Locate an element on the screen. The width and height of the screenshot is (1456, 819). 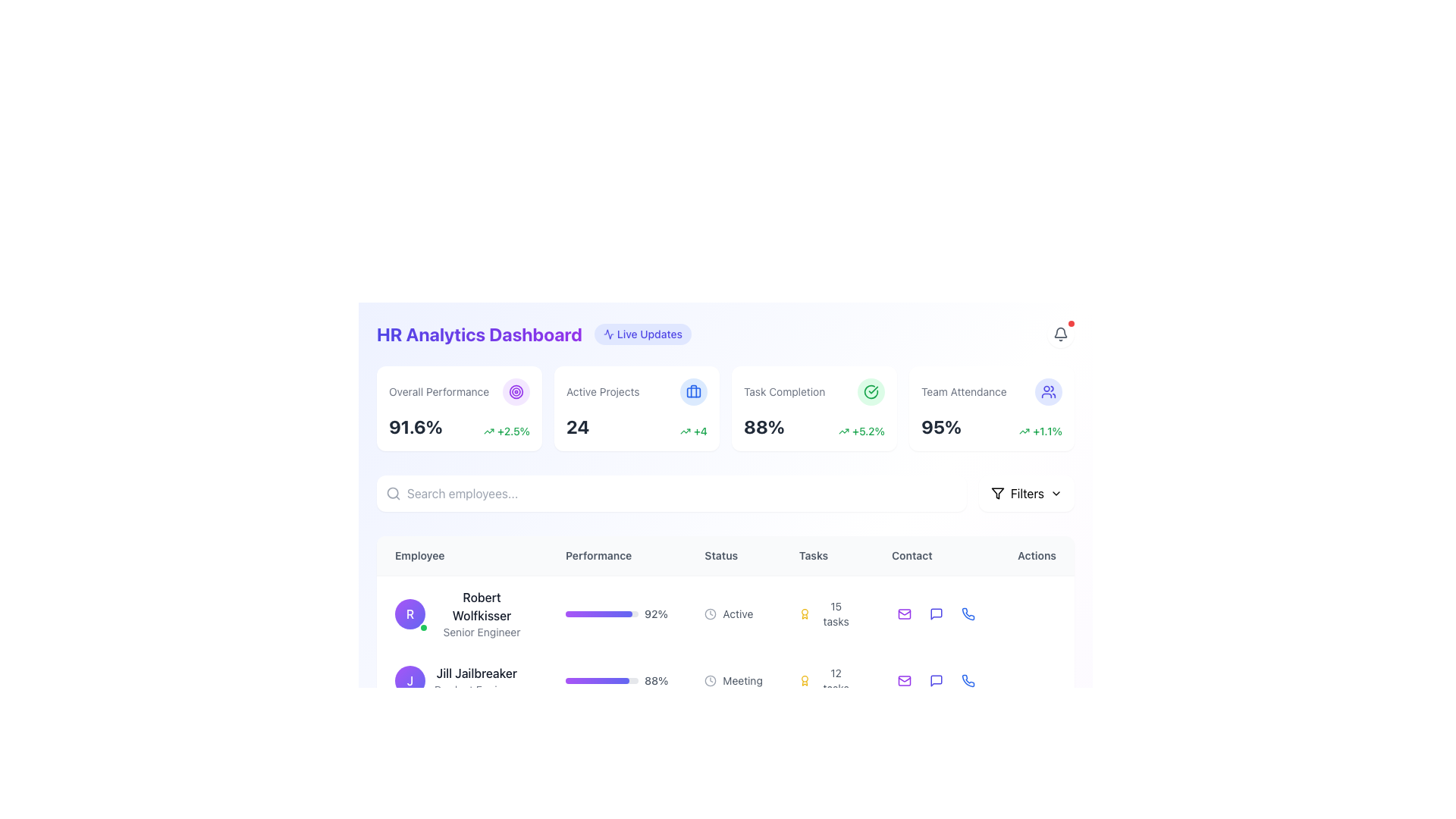
the email icon in the 'Contact' column for the first employee is located at coordinates (905, 614).